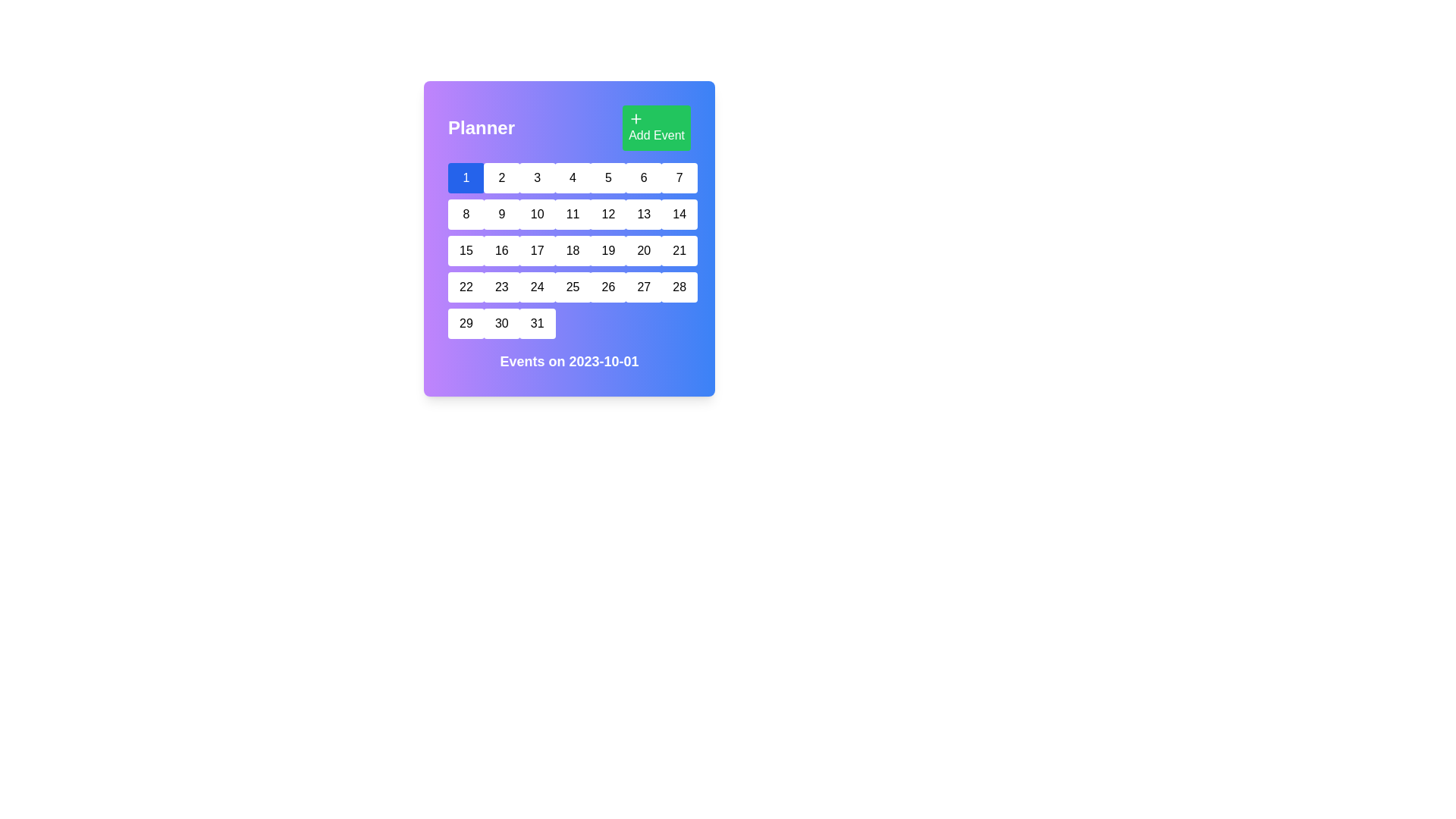 Image resolution: width=1456 pixels, height=819 pixels. Describe the element at coordinates (568, 250) in the screenshot. I see `a specific date cell in the Calendar grid, which is located centrally within the card titled 'Planner'` at that location.